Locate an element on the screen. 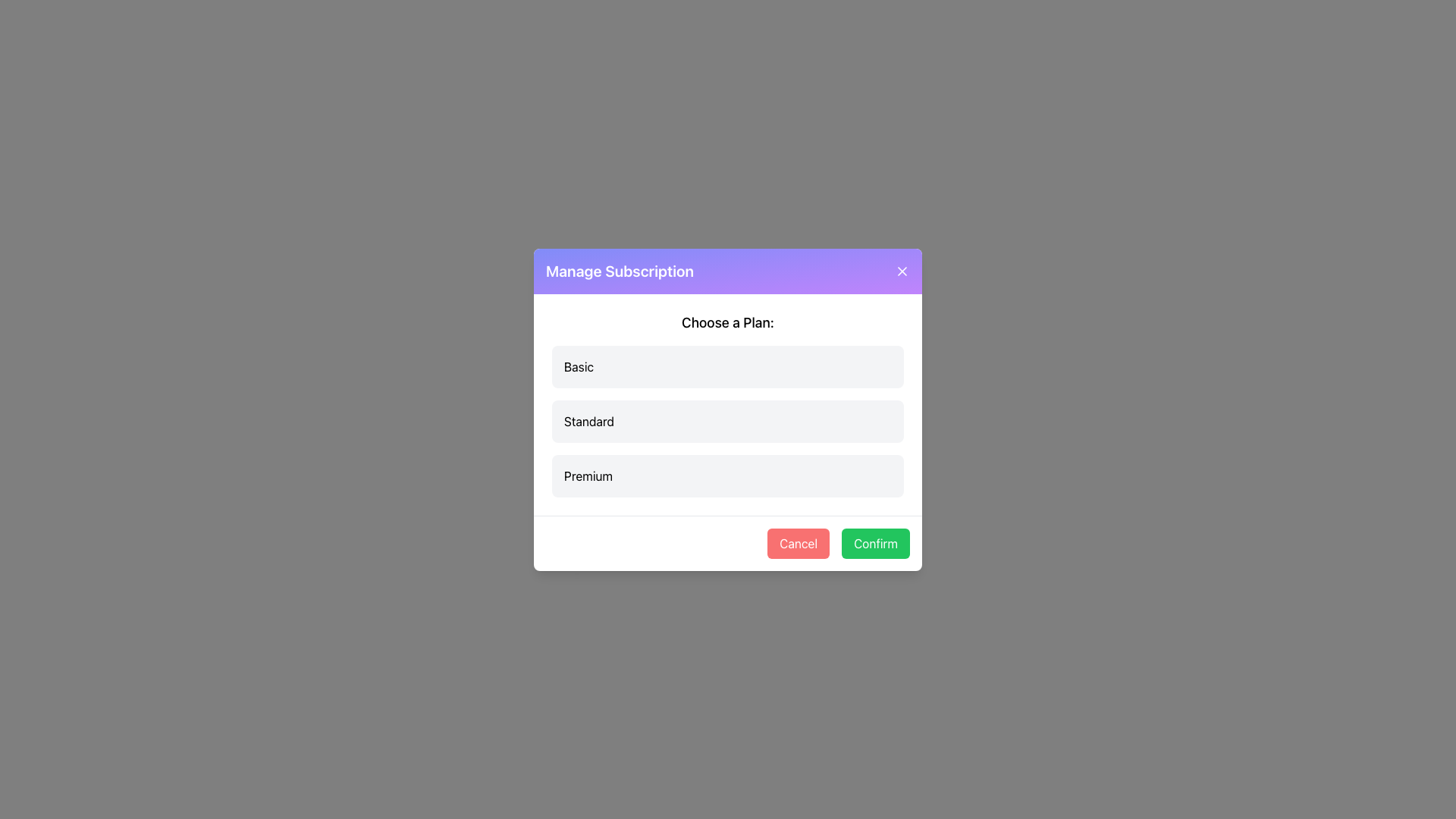 This screenshot has width=1456, height=819. the diagonal cross icon located in the top-right corner of the modal window is located at coordinates (902, 270).